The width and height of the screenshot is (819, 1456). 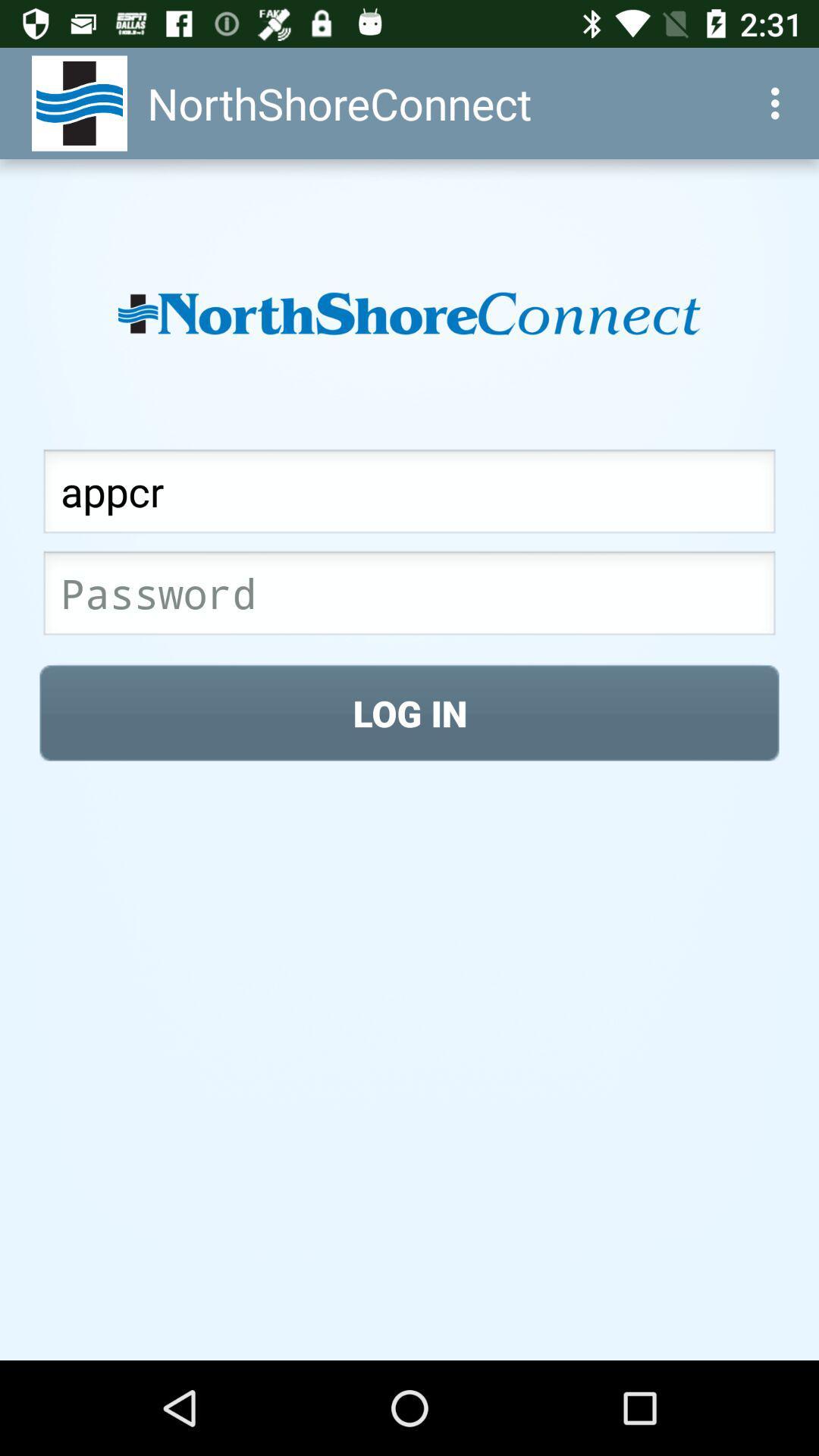 What do you see at coordinates (409, 712) in the screenshot?
I see `the log in item` at bounding box center [409, 712].